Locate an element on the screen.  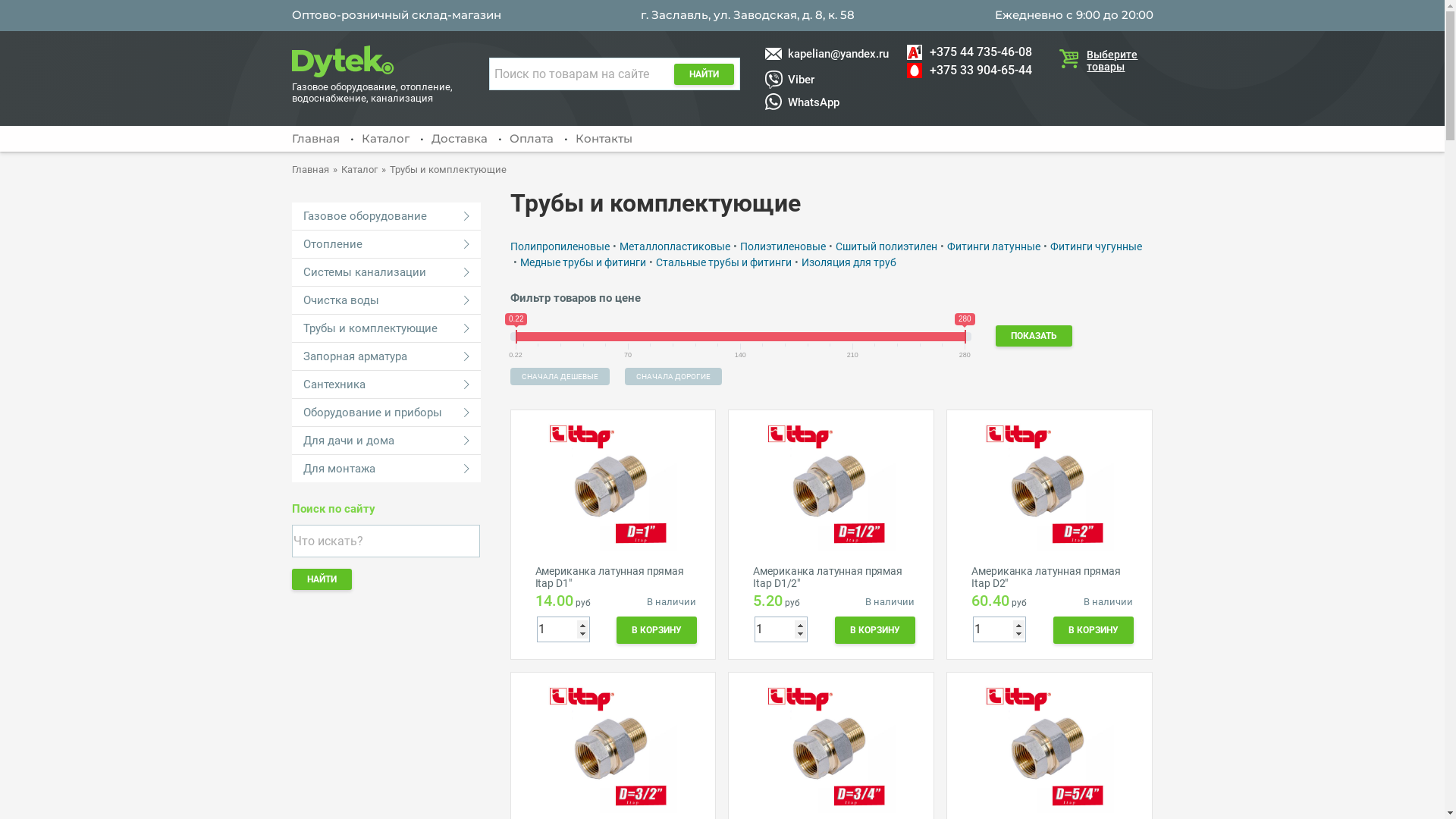
'WhatsApp' is located at coordinates (826, 102).